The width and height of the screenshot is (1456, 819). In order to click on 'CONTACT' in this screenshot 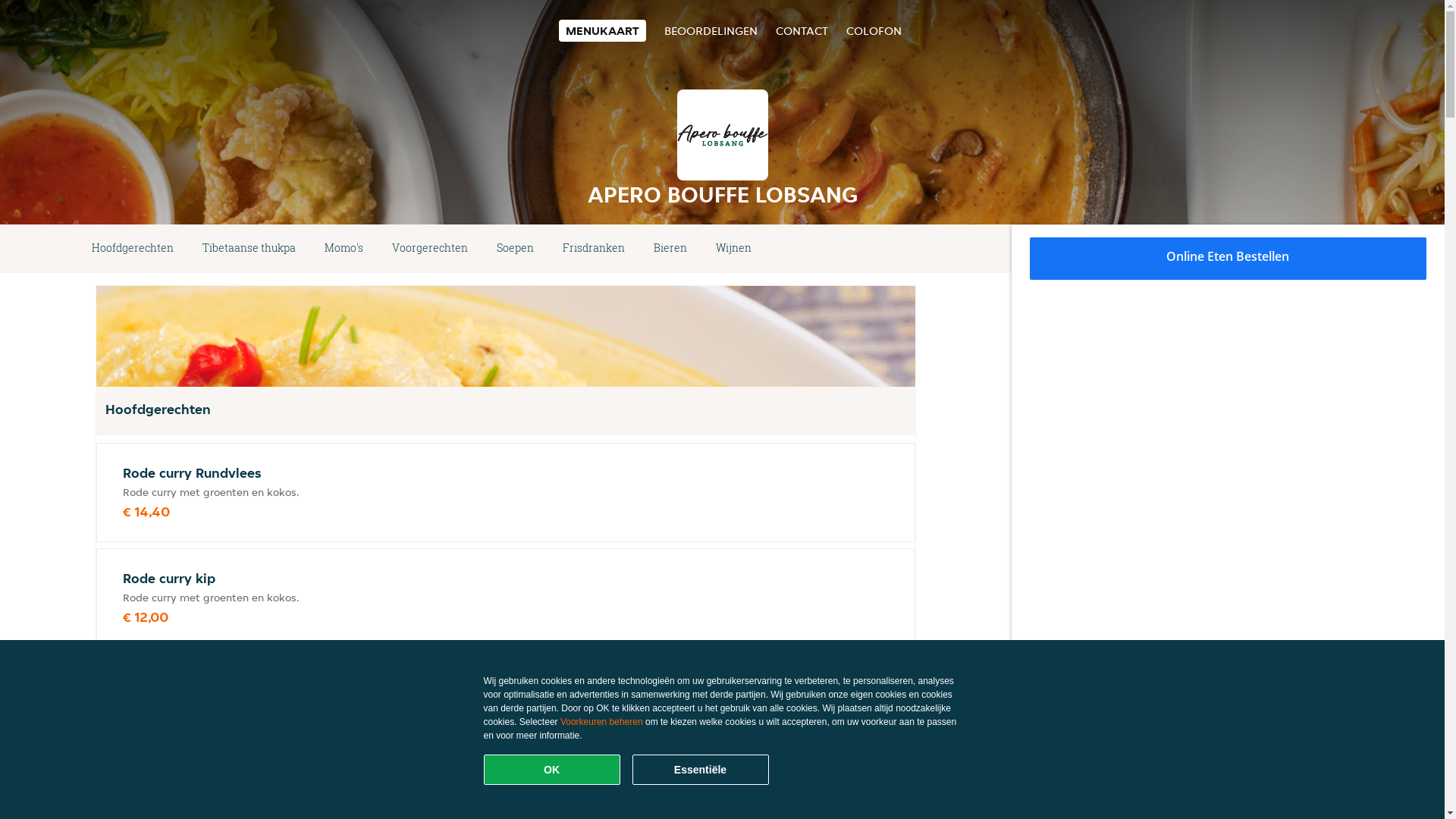, I will do `click(800, 30)`.